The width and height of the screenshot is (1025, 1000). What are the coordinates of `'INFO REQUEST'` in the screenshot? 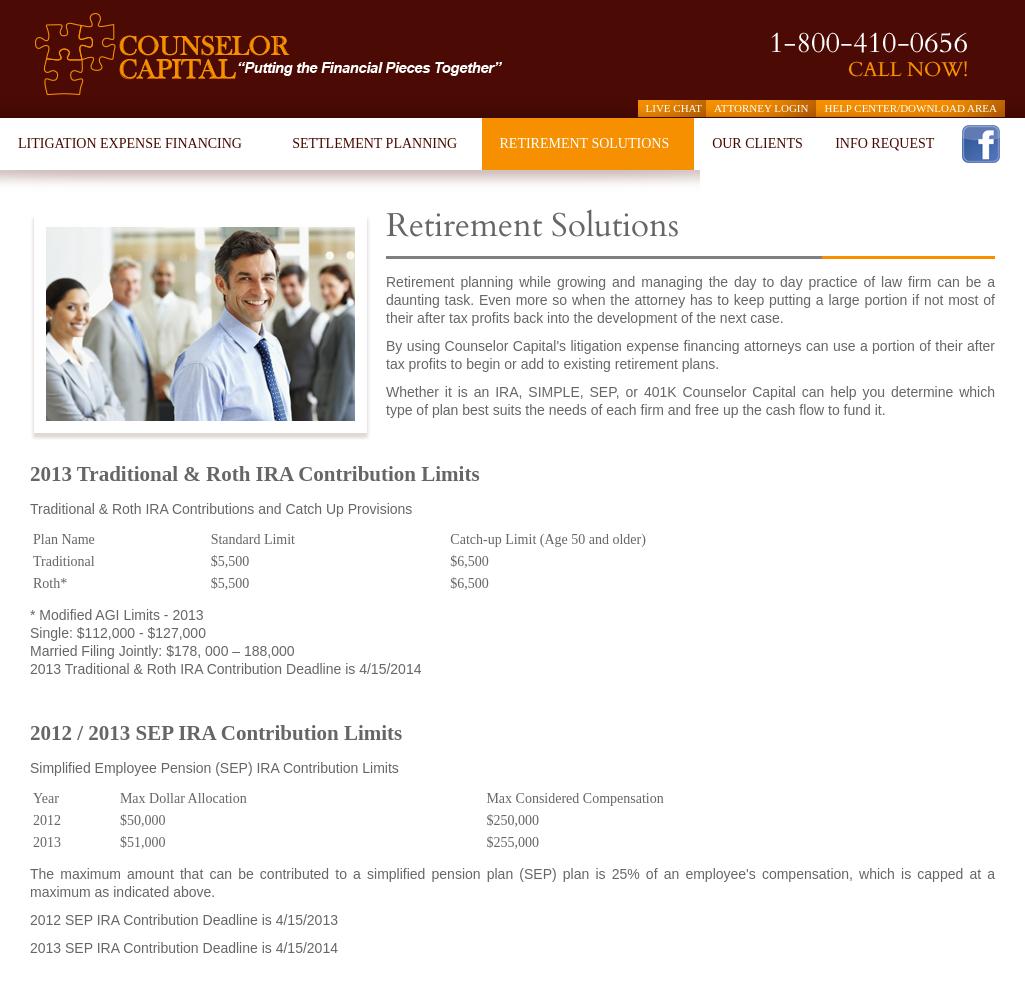 It's located at (884, 143).